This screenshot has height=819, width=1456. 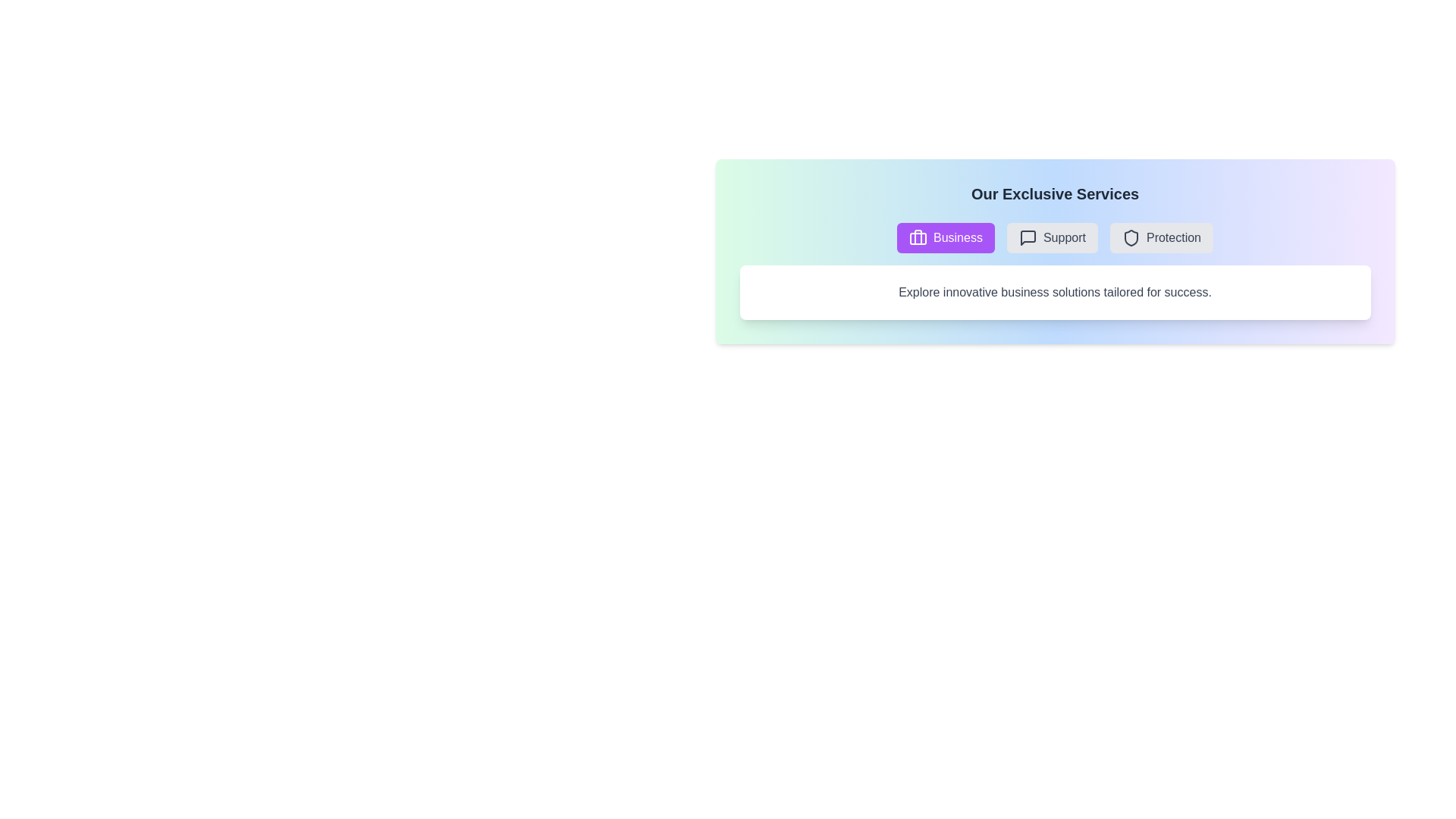 What do you see at coordinates (945, 237) in the screenshot?
I see `the Business tab by clicking its button` at bounding box center [945, 237].